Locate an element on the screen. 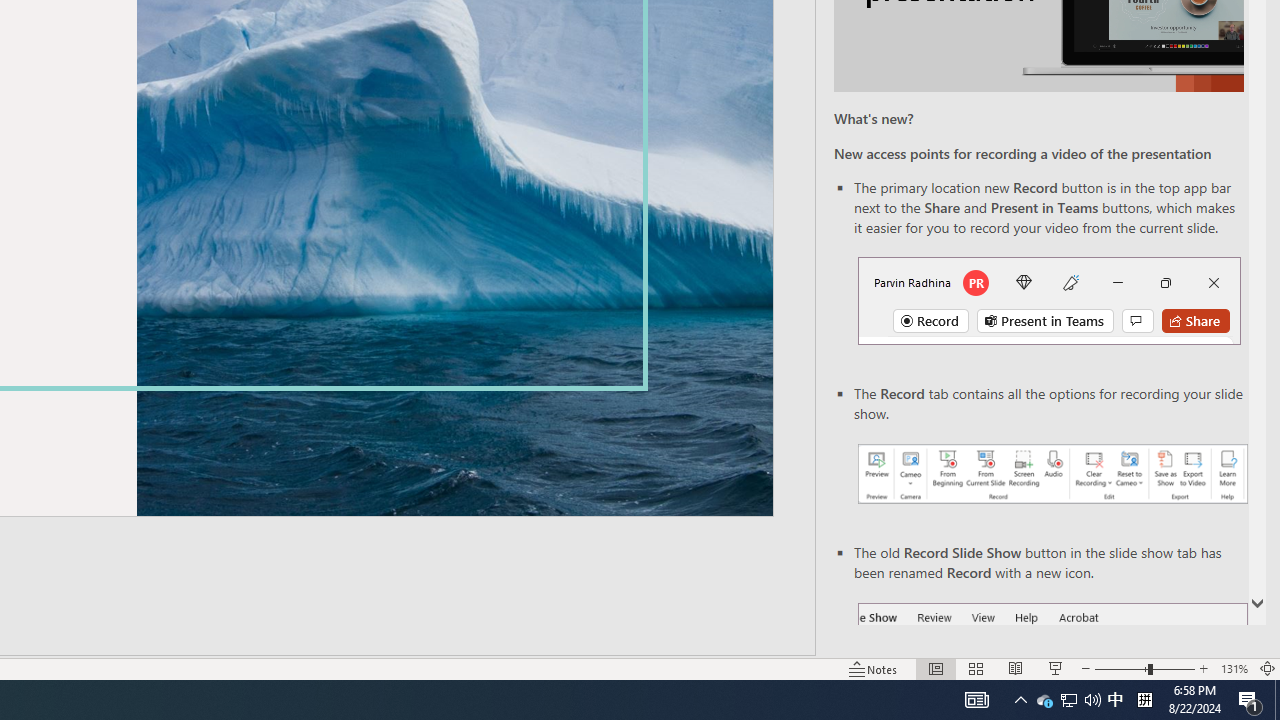 The height and width of the screenshot is (720, 1280). 'Zoom to Fit ' is located at coordinates (1266, 669).